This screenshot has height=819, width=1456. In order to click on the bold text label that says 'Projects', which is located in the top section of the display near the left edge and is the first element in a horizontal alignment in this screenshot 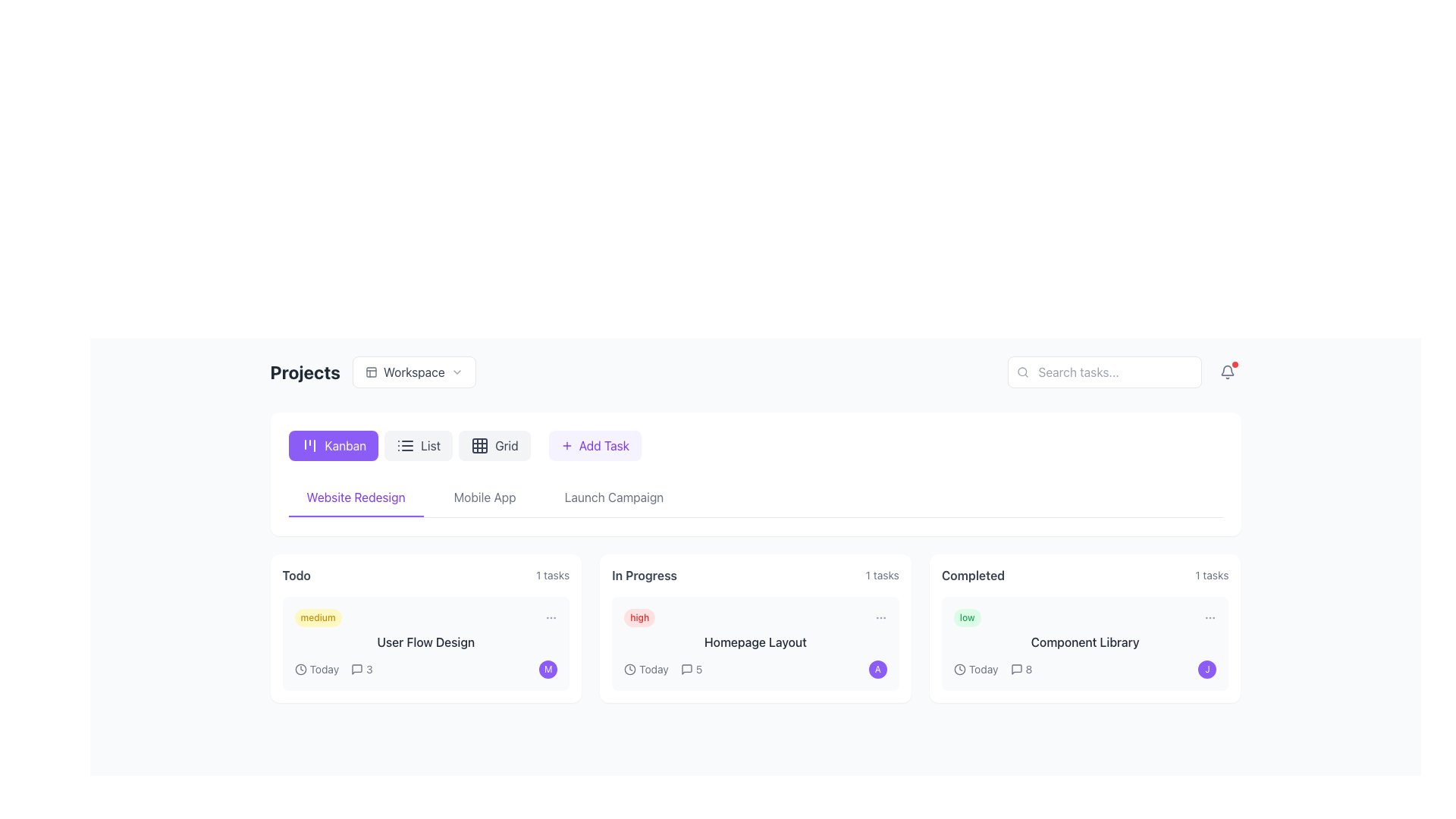, I will do `click(304, 372)`.